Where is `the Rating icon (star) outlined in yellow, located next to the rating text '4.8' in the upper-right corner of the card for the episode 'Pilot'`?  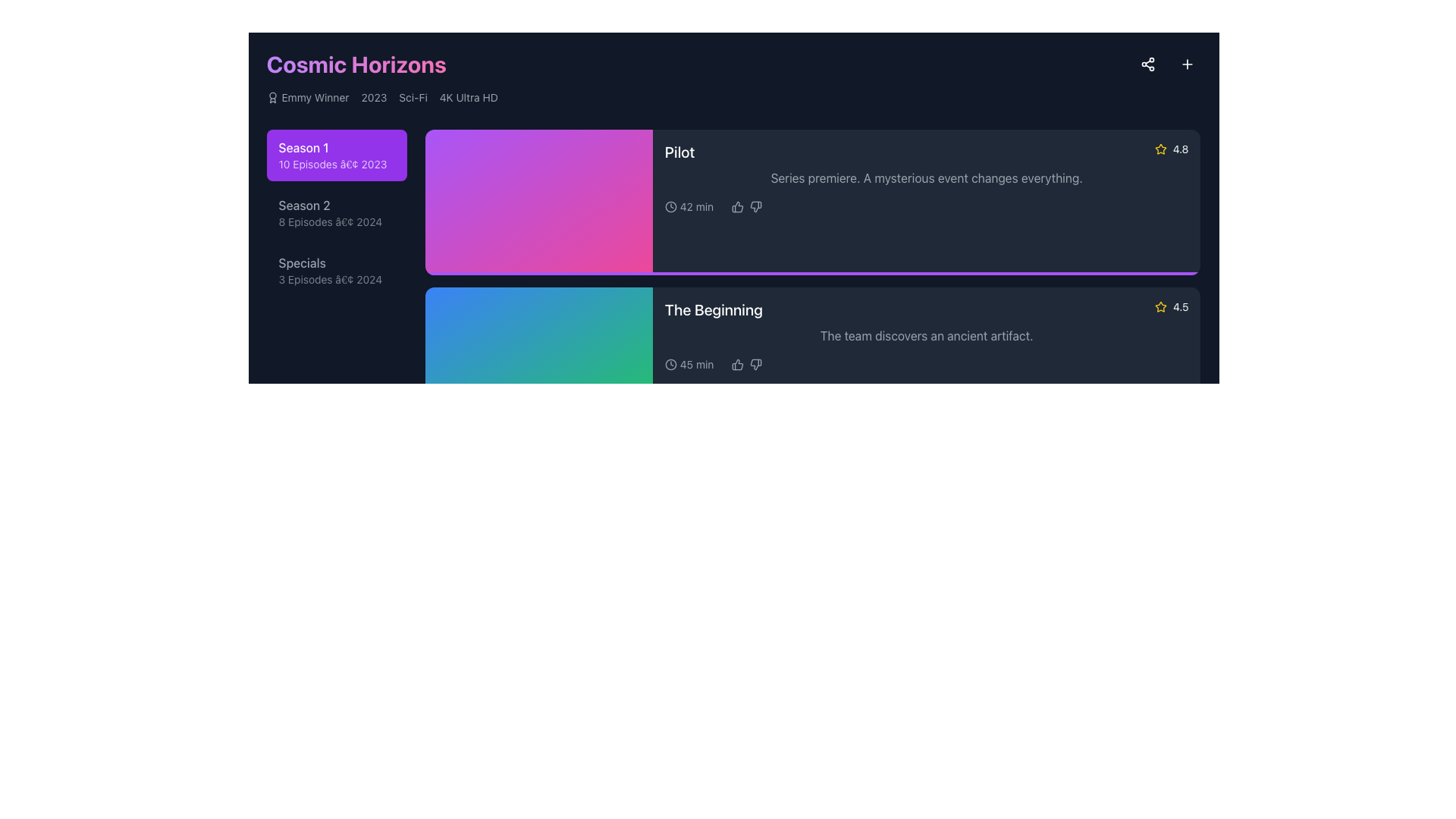
the Rating icon (star) outlined in yellow, located next to the rating text '4.8' in the upper-right corner of the card for the episode 'Pilot' is located at coordinates (1159, 149).